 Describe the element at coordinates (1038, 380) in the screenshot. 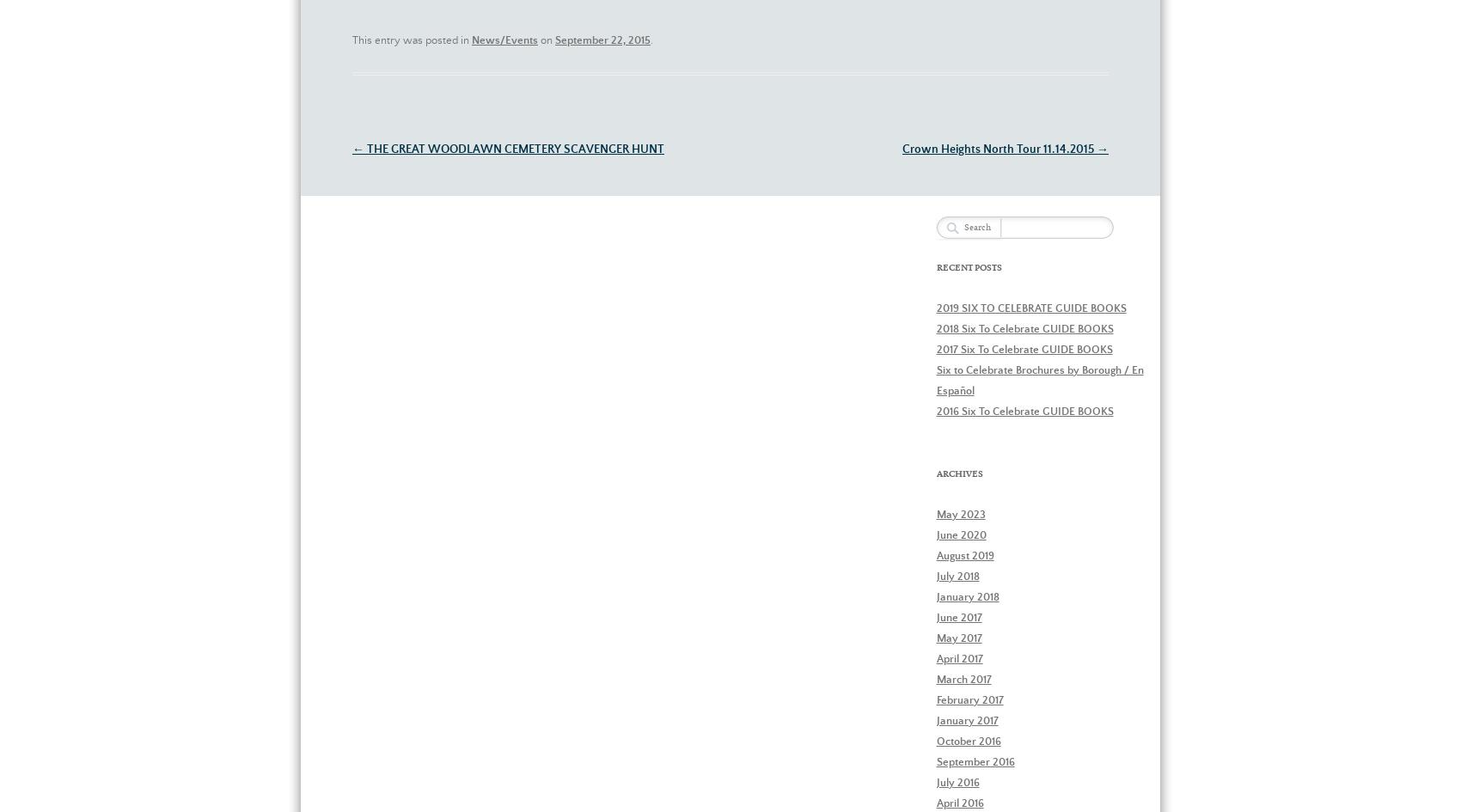

I see `'Six to Celebrate Brochures by Borough /  En Español'` at that location.